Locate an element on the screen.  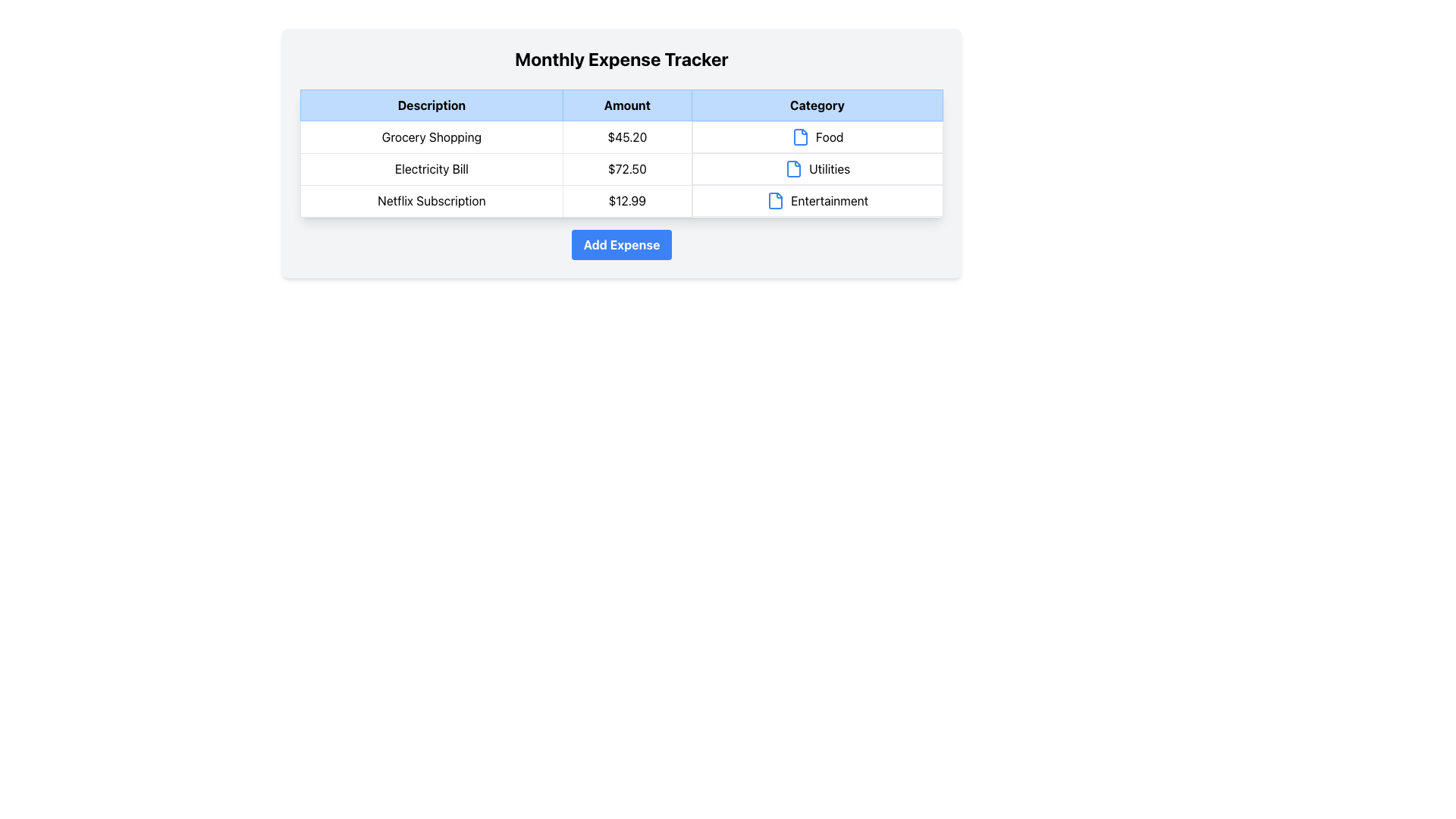
the text label that identifies the expense as 'Netflix Subscription' located in the first column of the third row of the table is located at coordinates (431, 200).